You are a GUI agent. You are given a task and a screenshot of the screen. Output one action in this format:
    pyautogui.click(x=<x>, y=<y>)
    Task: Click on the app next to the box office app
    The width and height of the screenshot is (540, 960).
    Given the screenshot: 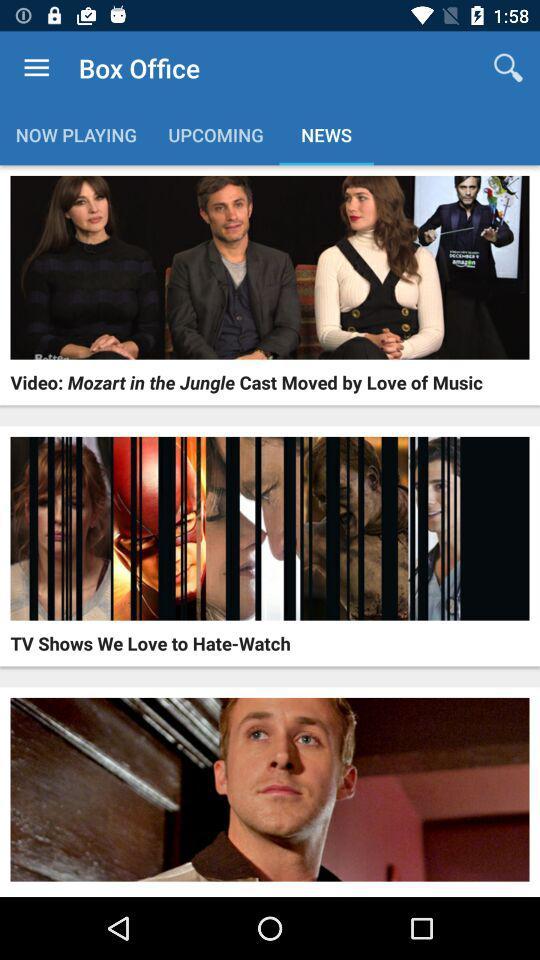 What is the action you would take?
    pyautogui.click(x=508, y=68)
    